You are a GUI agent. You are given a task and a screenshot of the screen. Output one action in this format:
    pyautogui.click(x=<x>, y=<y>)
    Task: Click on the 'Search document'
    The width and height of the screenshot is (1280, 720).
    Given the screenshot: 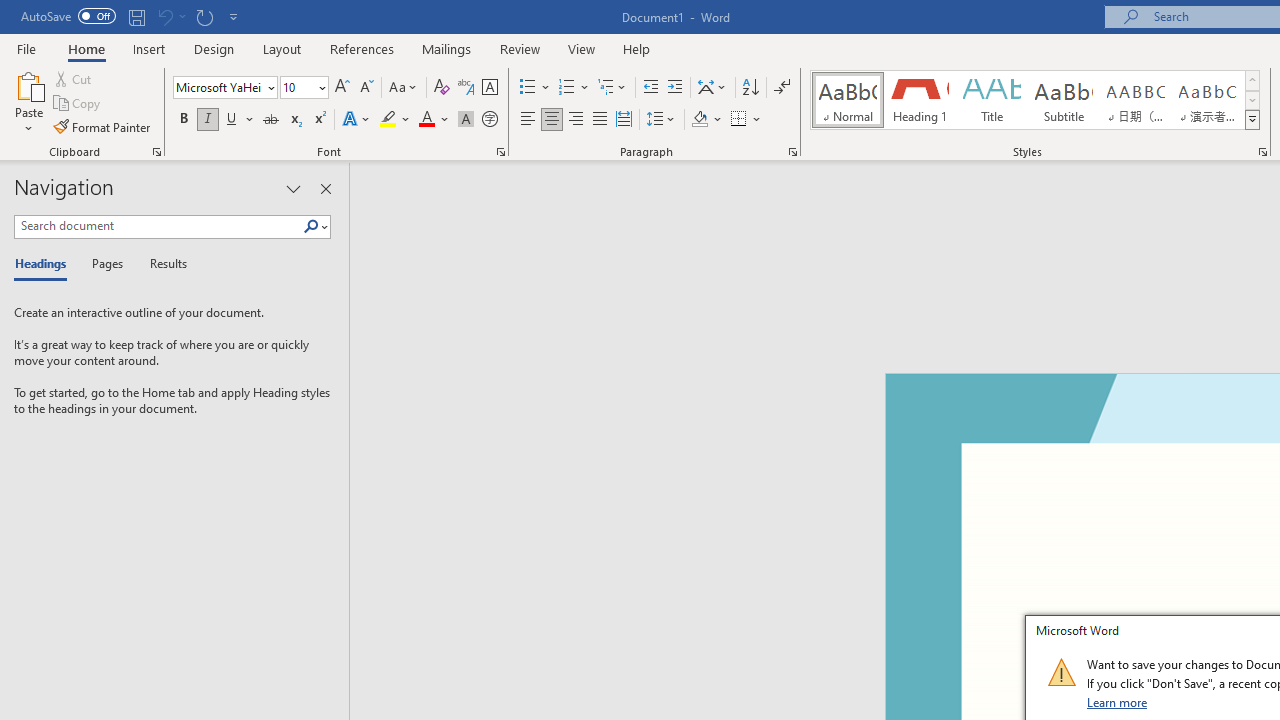 What is the action you would take?
    pyautogui.click(x=157, y=225)
    